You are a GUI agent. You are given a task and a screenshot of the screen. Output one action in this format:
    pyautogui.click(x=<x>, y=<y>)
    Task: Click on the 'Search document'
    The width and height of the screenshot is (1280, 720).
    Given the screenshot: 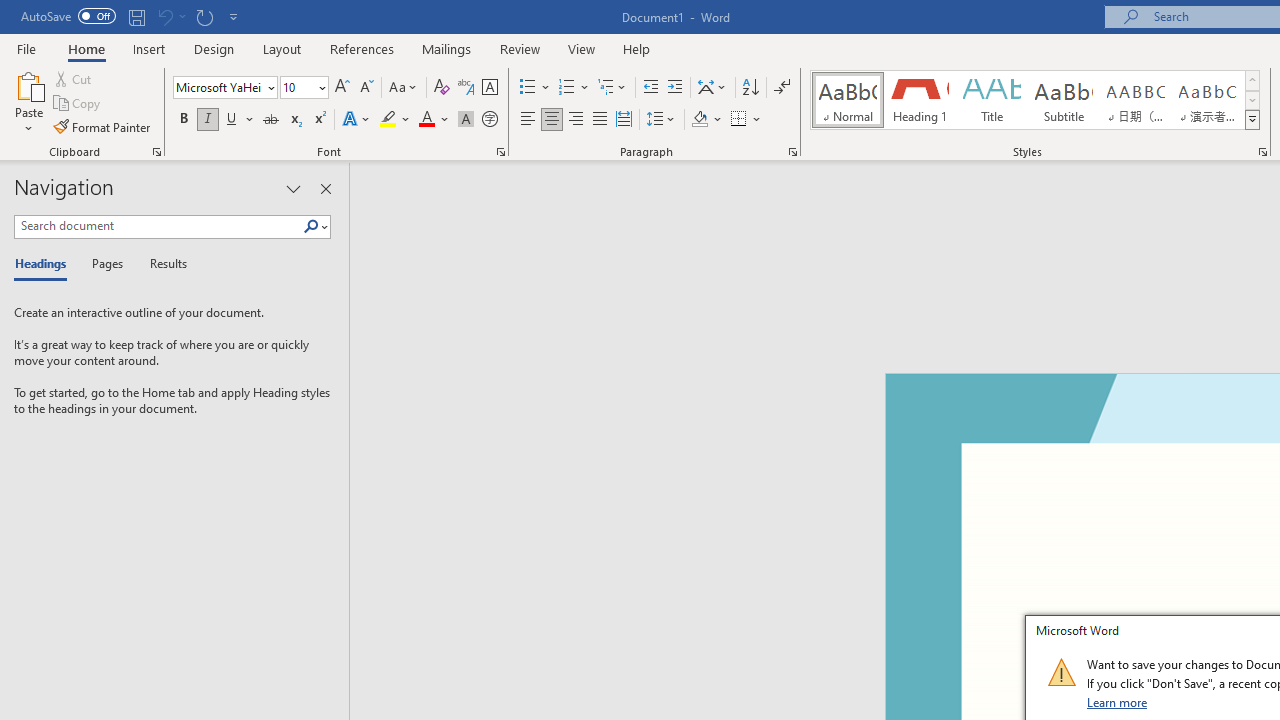 What is the action you would take?
    pyautogui.click(x=157, y=225)
    